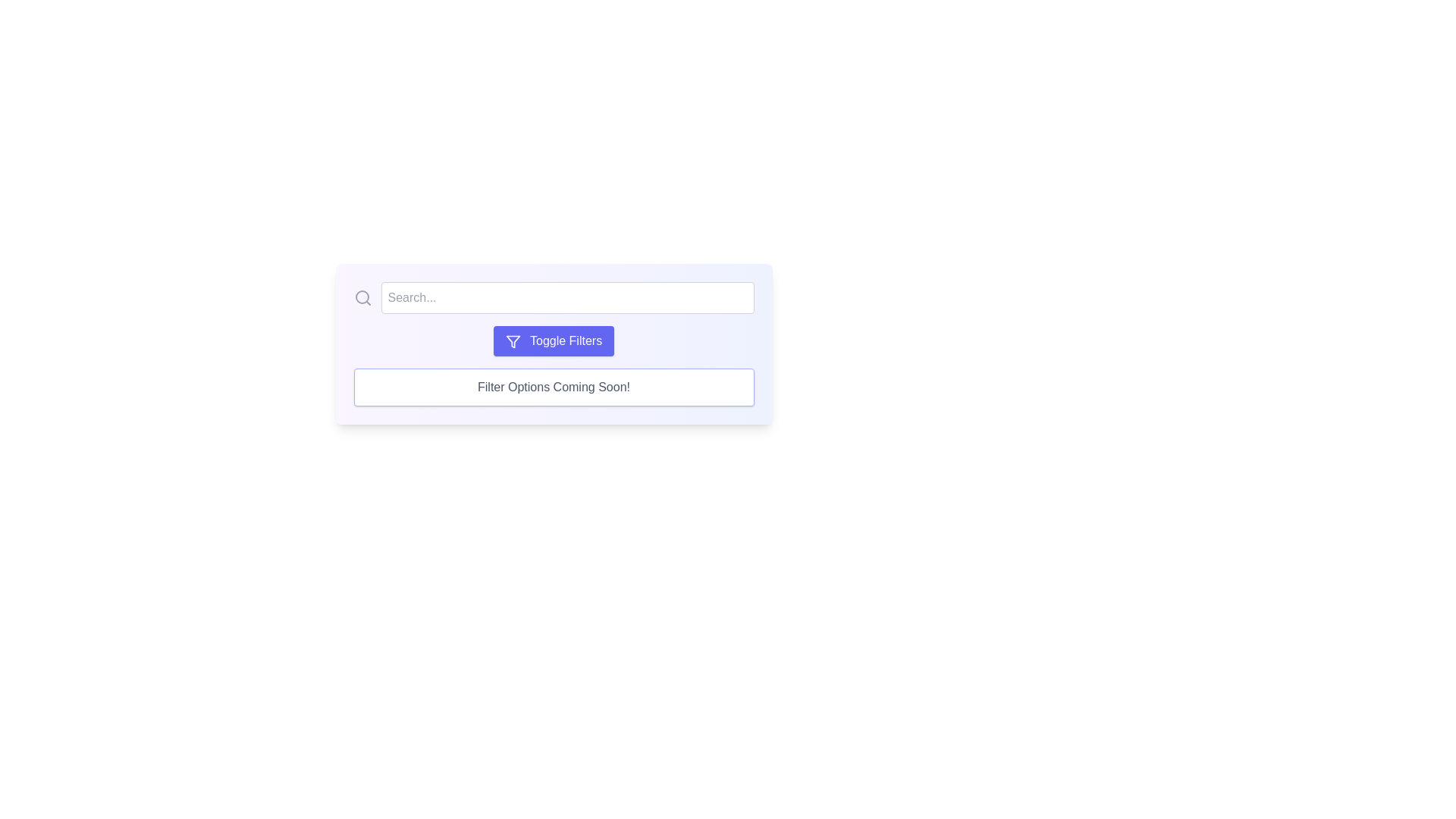  What do you see at coordinates (513, 341) in the screenshot?
I see `the funnel icon located within the 'Toggle Filters' button, positioned to the left of the button text` at bounding box center [513, 341].